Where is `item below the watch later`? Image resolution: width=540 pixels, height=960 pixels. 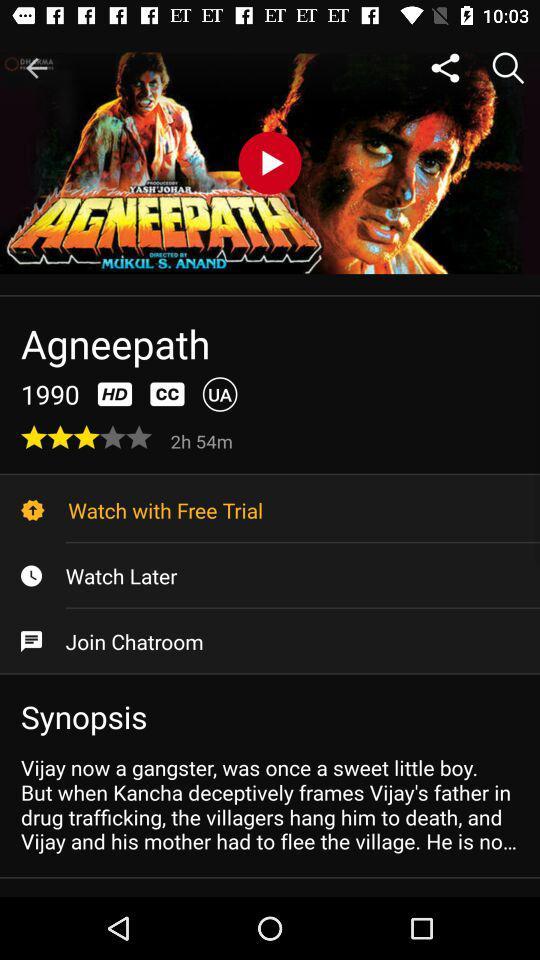
item below the watch later is located at coordinates (270, 640).